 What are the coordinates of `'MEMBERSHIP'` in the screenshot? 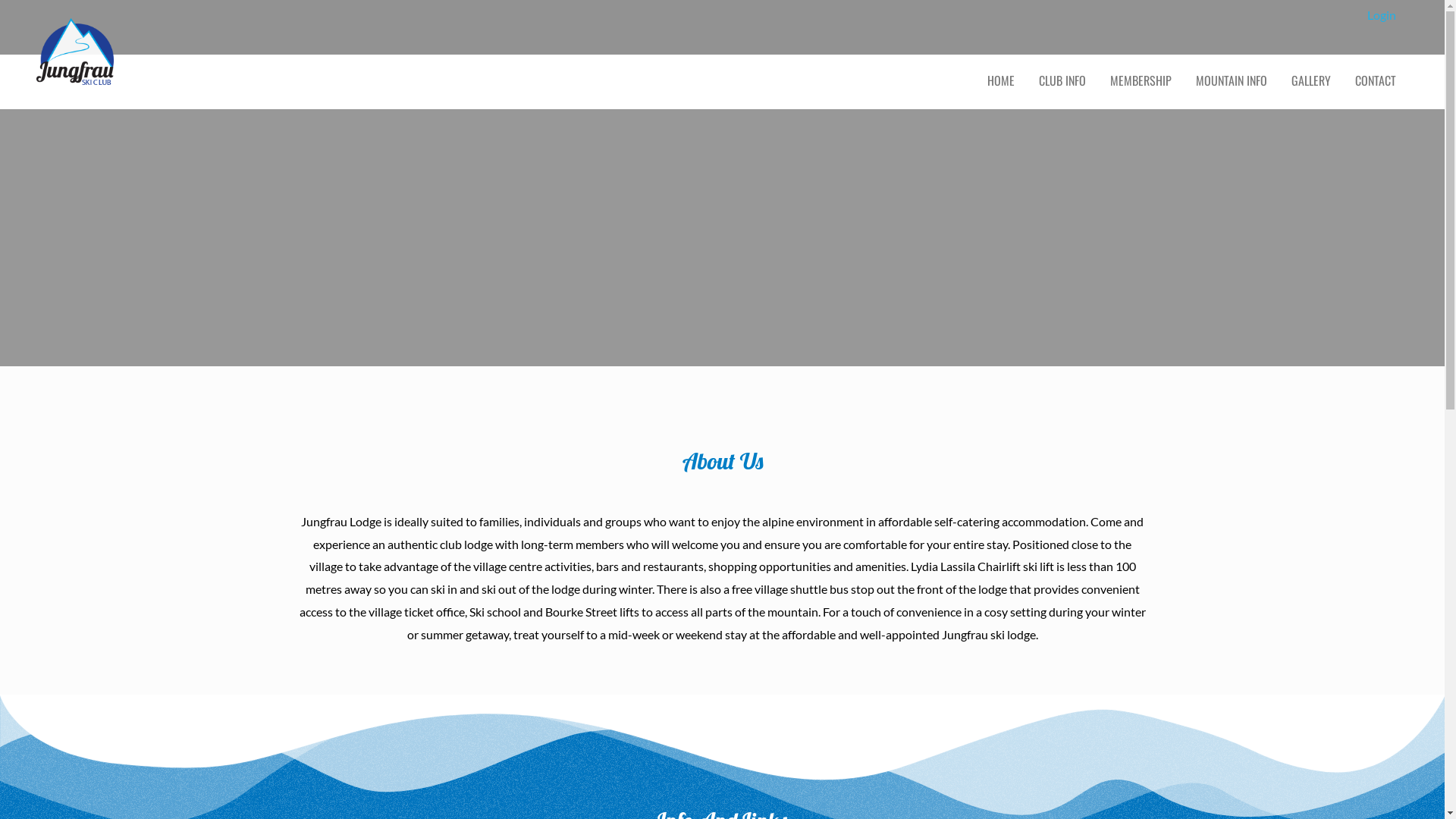 It's located at (1141, 80).